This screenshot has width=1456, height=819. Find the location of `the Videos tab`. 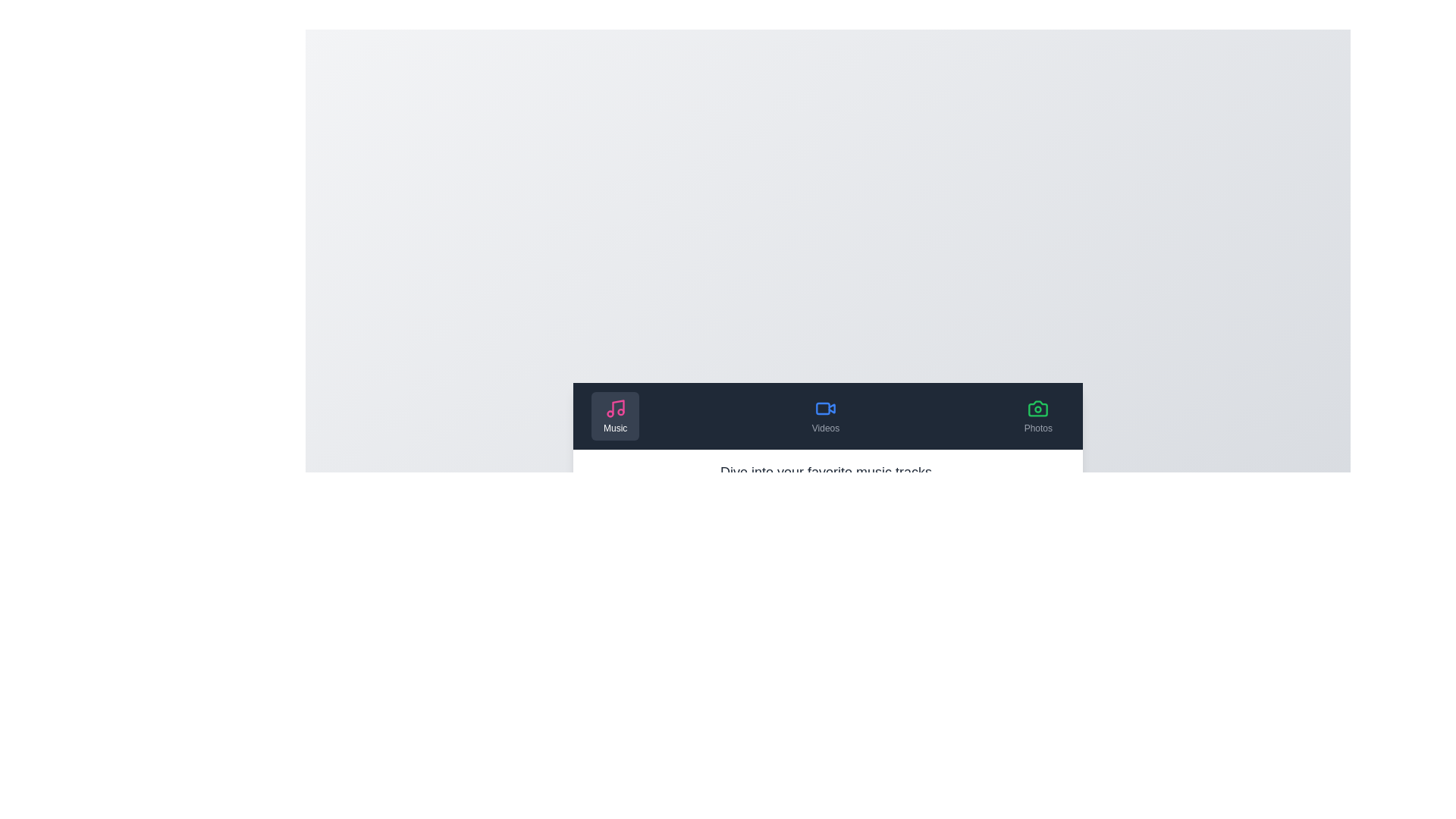

the Videos tab is located at coordinates (824, 416).